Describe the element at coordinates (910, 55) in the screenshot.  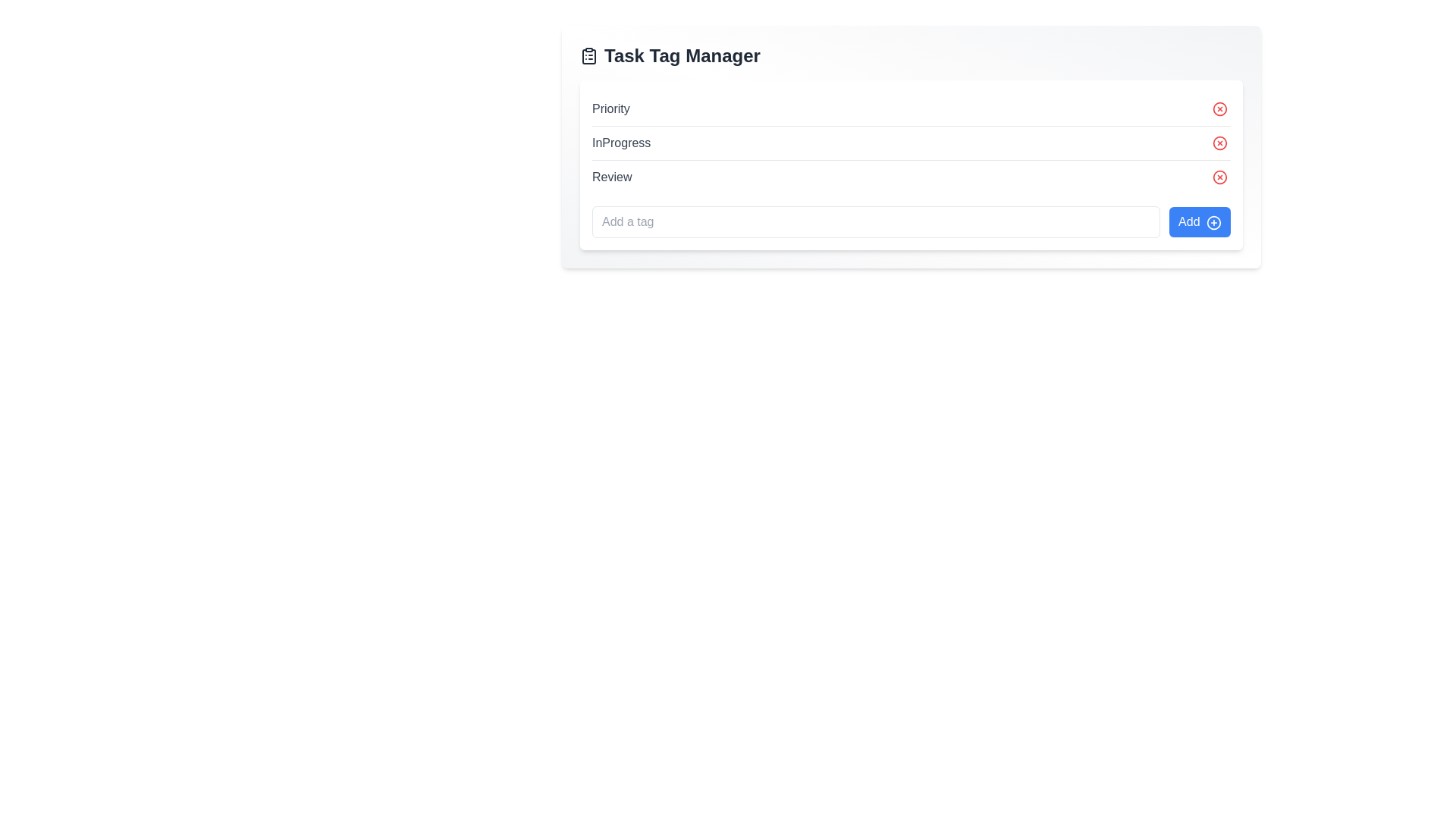
I see `the icon in the header of the task management interface, which serves as the title for the card and is located at the top of the card, above elements like 'Priority', 'InProgress', and 'Review'` at that location.